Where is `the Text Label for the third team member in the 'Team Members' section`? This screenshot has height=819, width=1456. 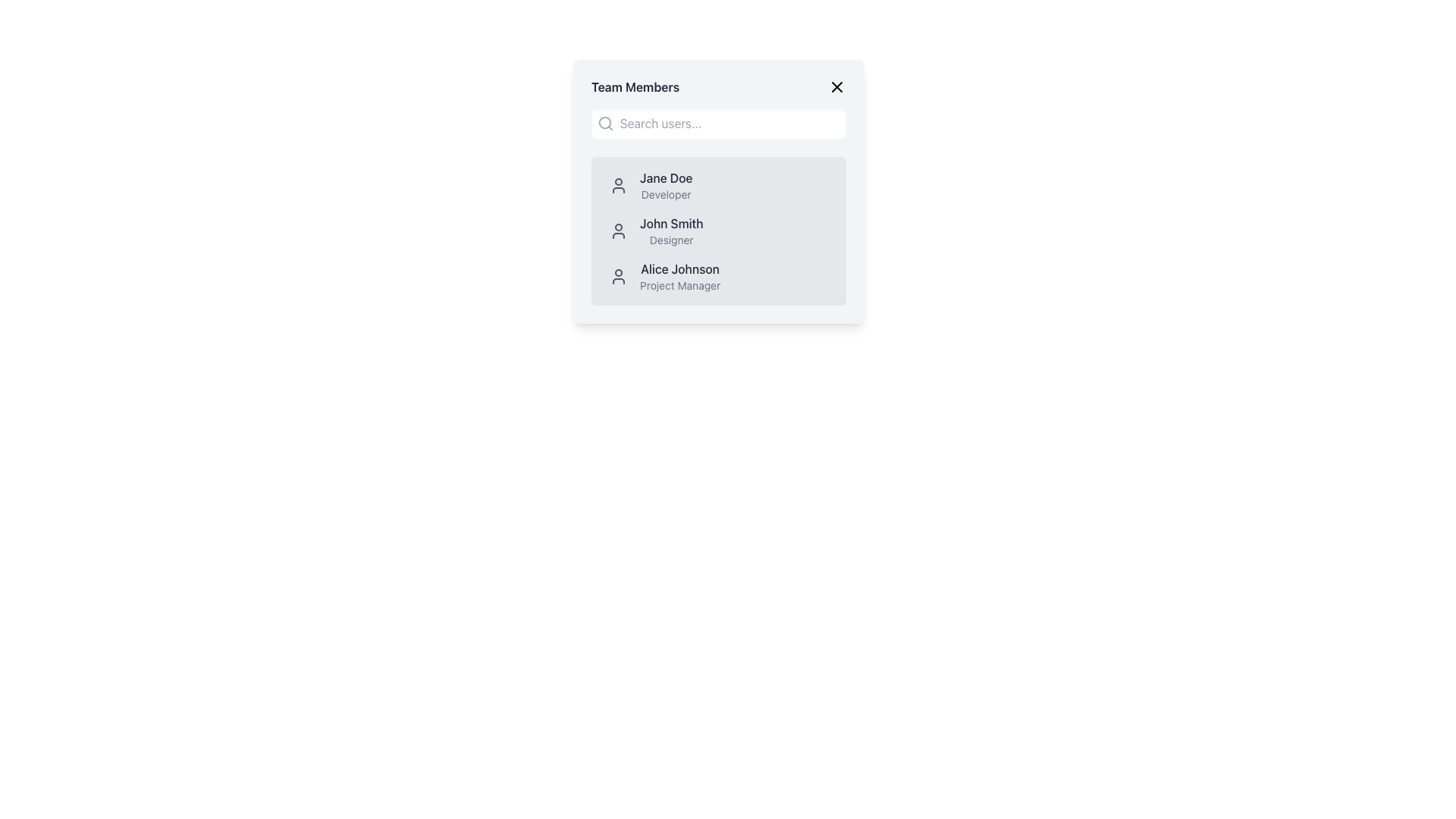 the Text Label for the third team member in the 'Team Members' section is located at coordinates (679, 268).